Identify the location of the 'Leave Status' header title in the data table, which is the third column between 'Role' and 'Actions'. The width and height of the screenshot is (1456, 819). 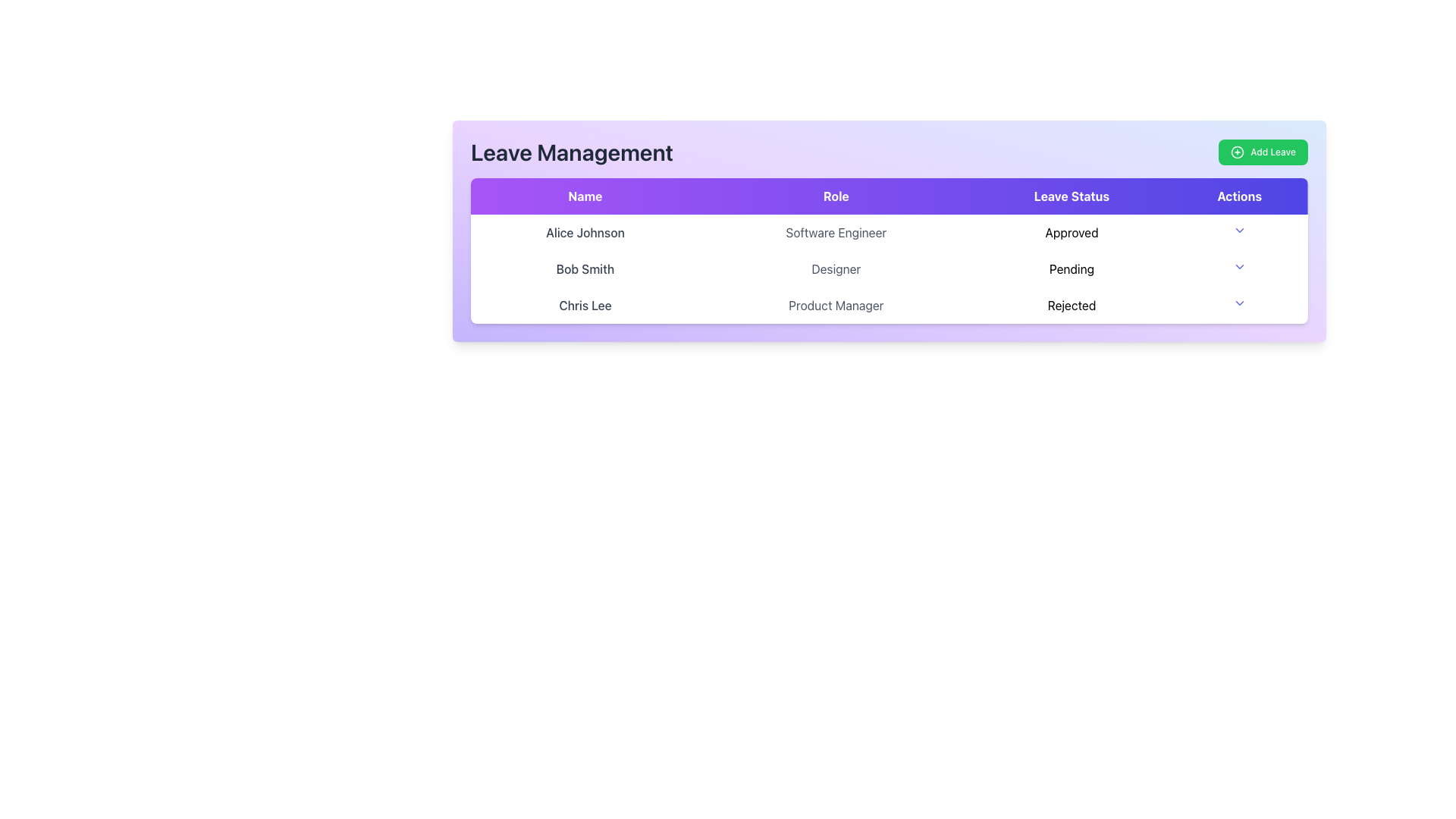
(1071, 195).